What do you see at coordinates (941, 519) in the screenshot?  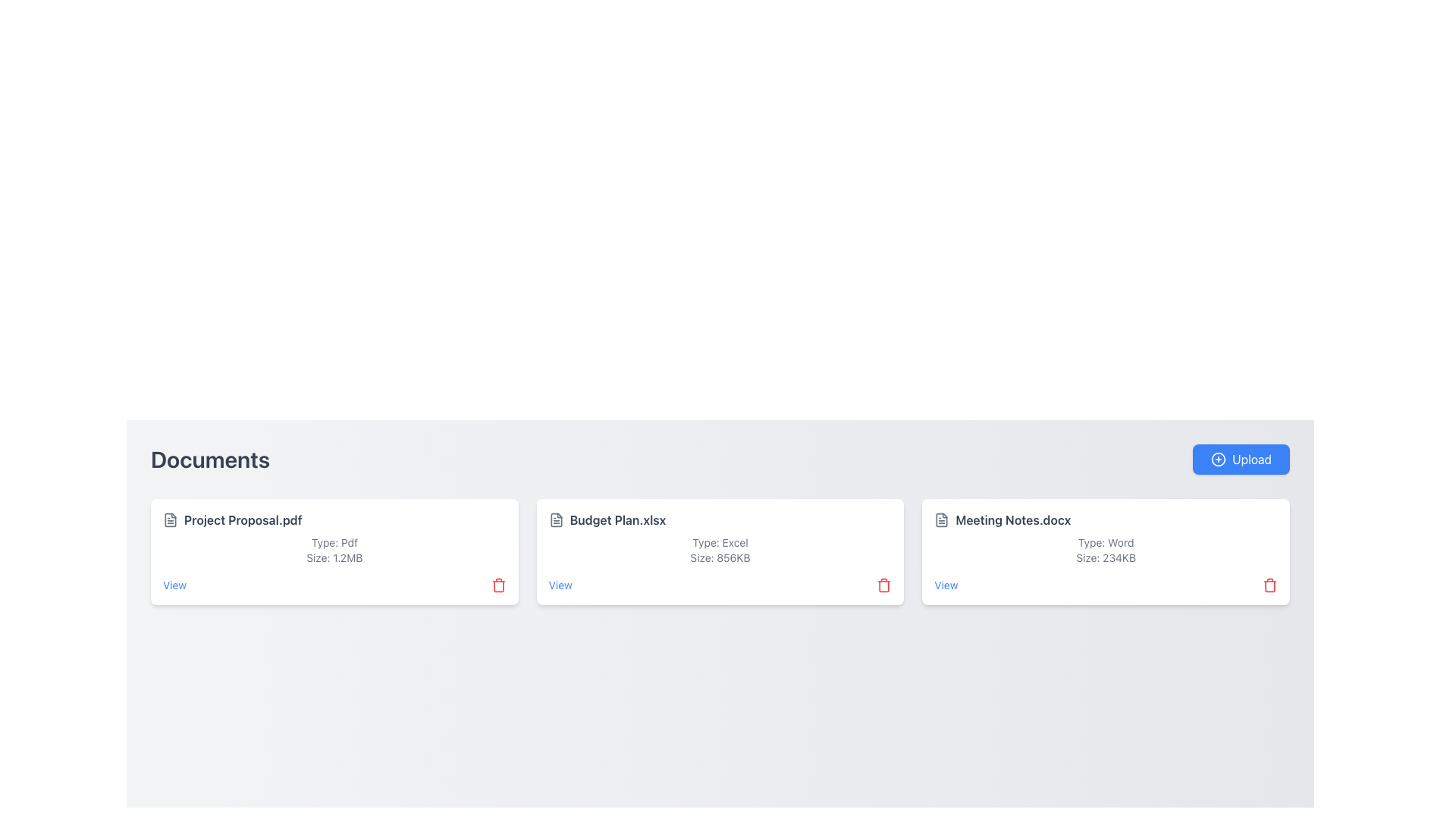 I see `the decorative file icon located at the top-left of the 'Meeting Notes.docx' card in the documents list` at bounding box center [941, 519].